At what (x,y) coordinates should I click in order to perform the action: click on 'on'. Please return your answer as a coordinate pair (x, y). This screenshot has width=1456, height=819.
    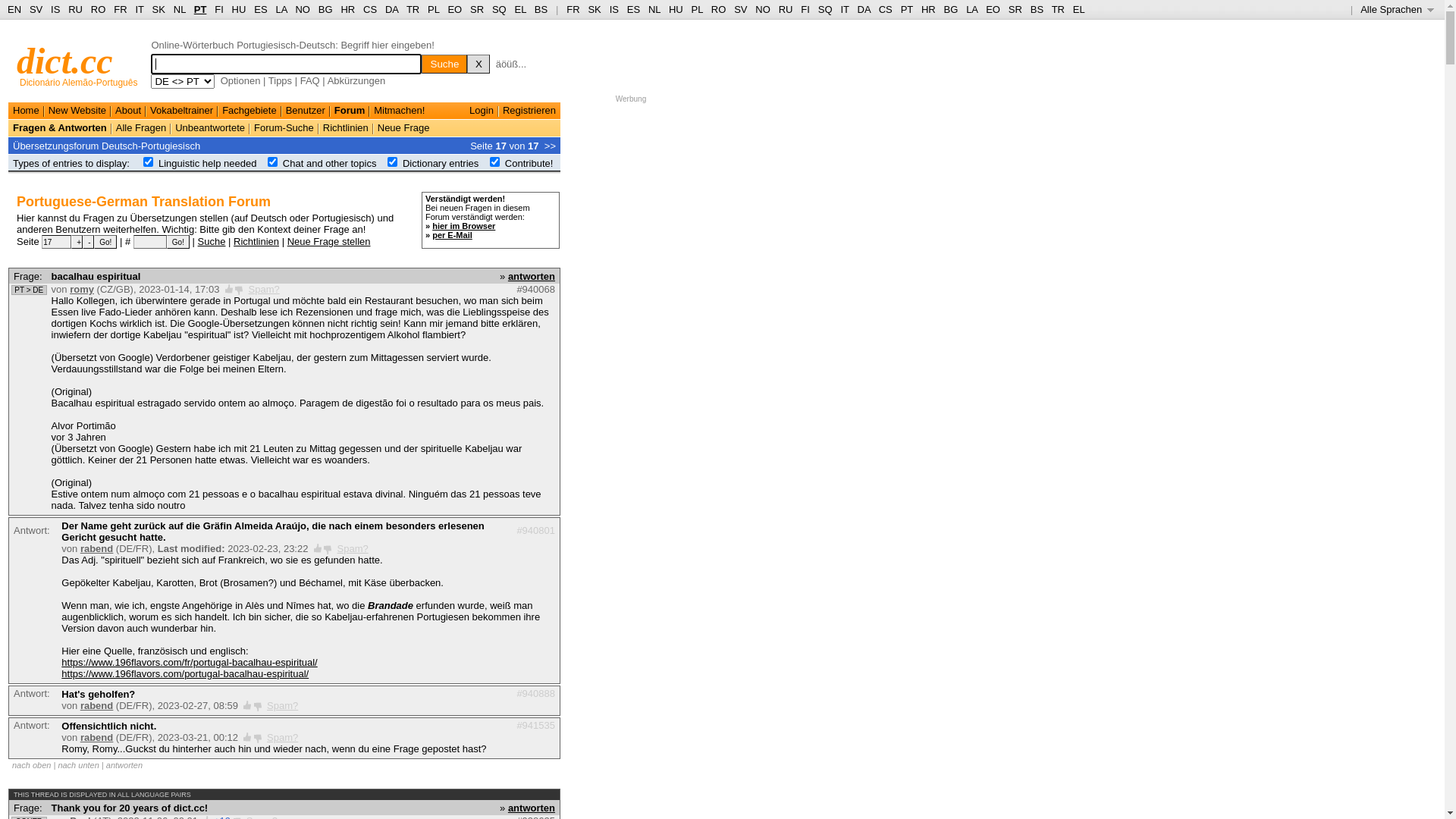
    Looking at the image, I should click on (490, 162).